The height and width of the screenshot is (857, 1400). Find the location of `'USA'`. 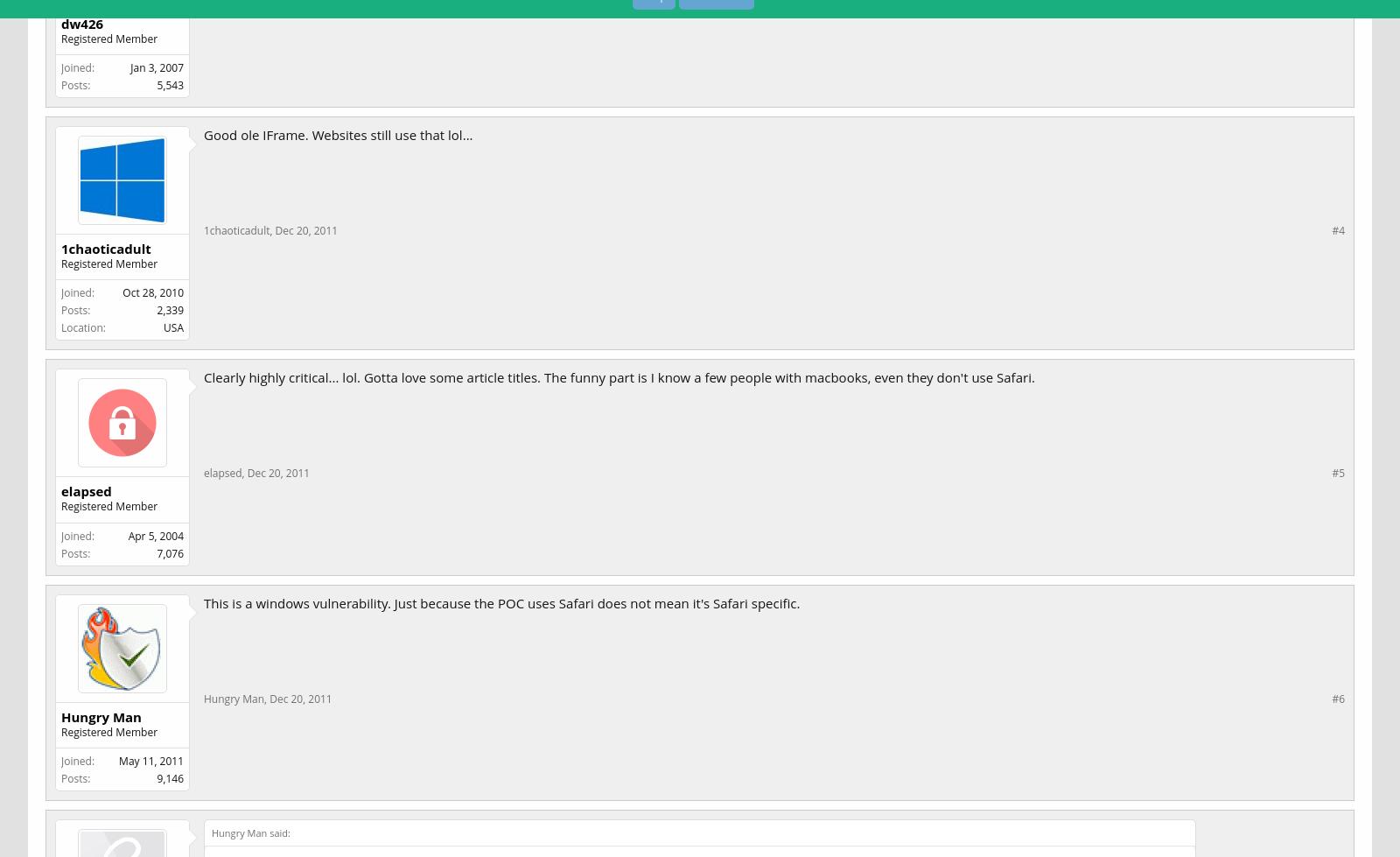

'USA' is located at coordinates (172, 327).